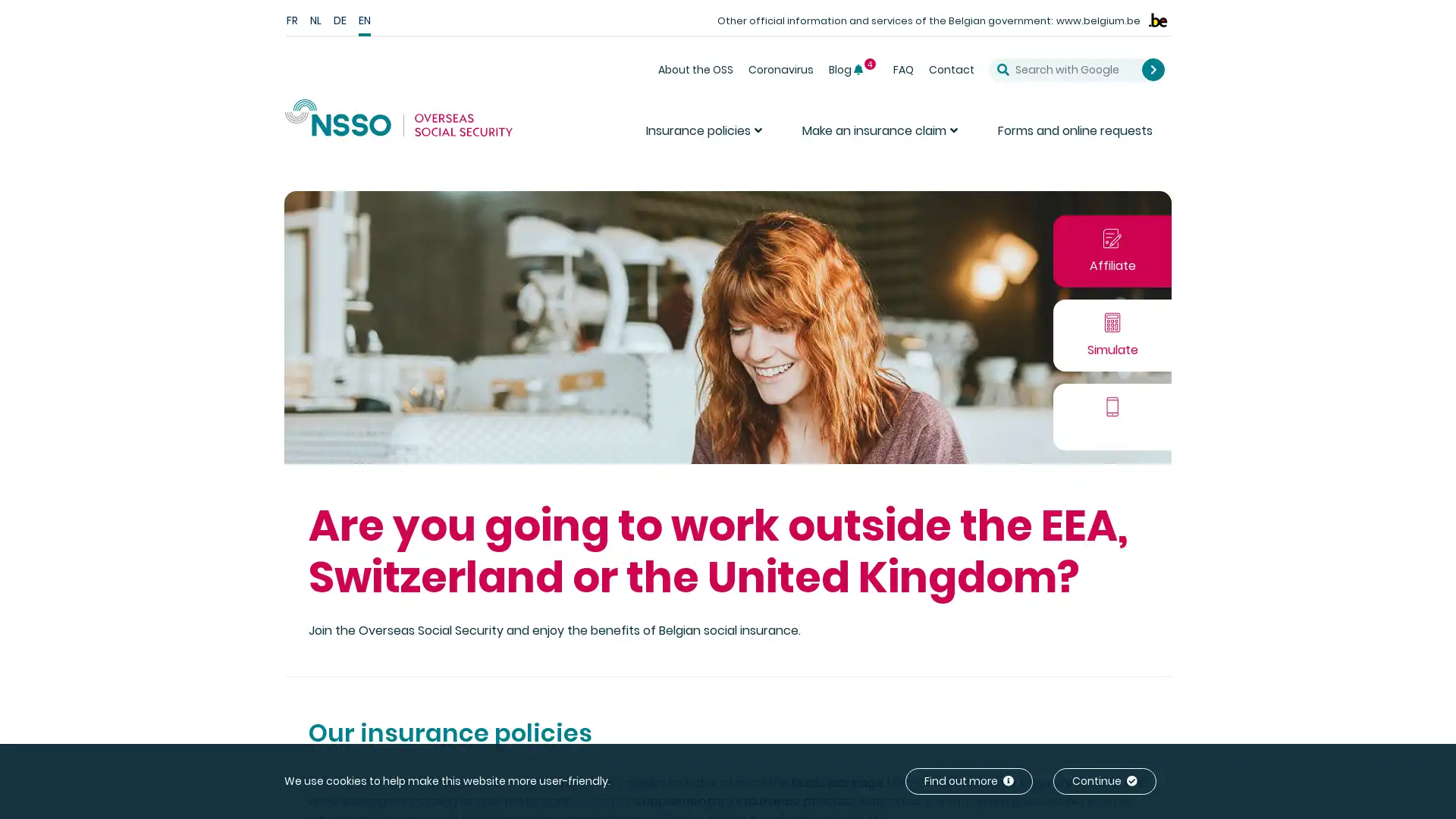 The width and height of the screenshot is (1456, 819). I want to click on As an employer, so click(1359, 262).